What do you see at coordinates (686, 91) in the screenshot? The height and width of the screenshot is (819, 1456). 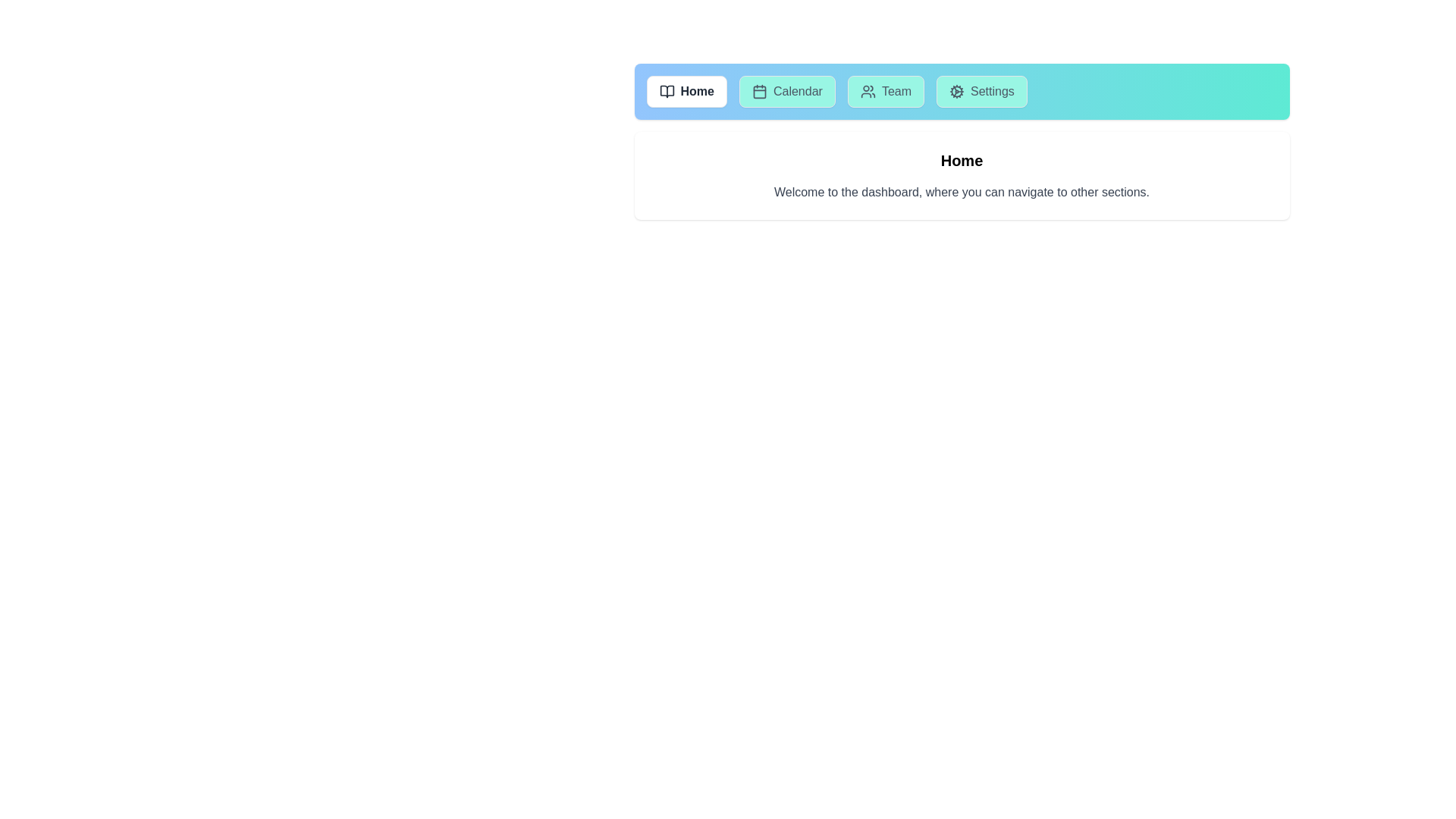 I see `the tab labeled Home` at bounding box center [686, 91].